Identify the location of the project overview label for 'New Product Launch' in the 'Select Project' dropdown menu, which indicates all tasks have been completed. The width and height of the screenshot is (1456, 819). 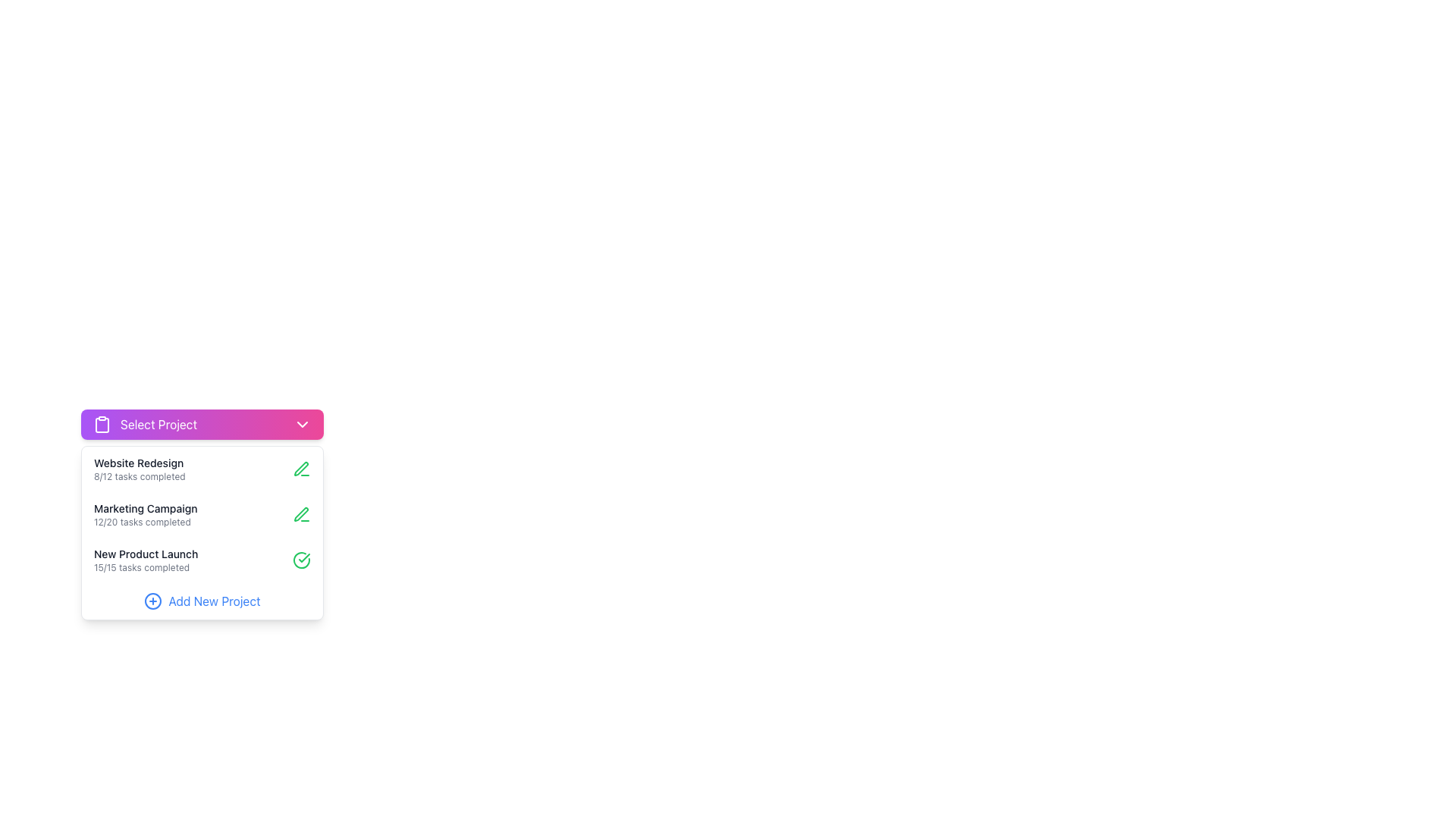
(146, 560).